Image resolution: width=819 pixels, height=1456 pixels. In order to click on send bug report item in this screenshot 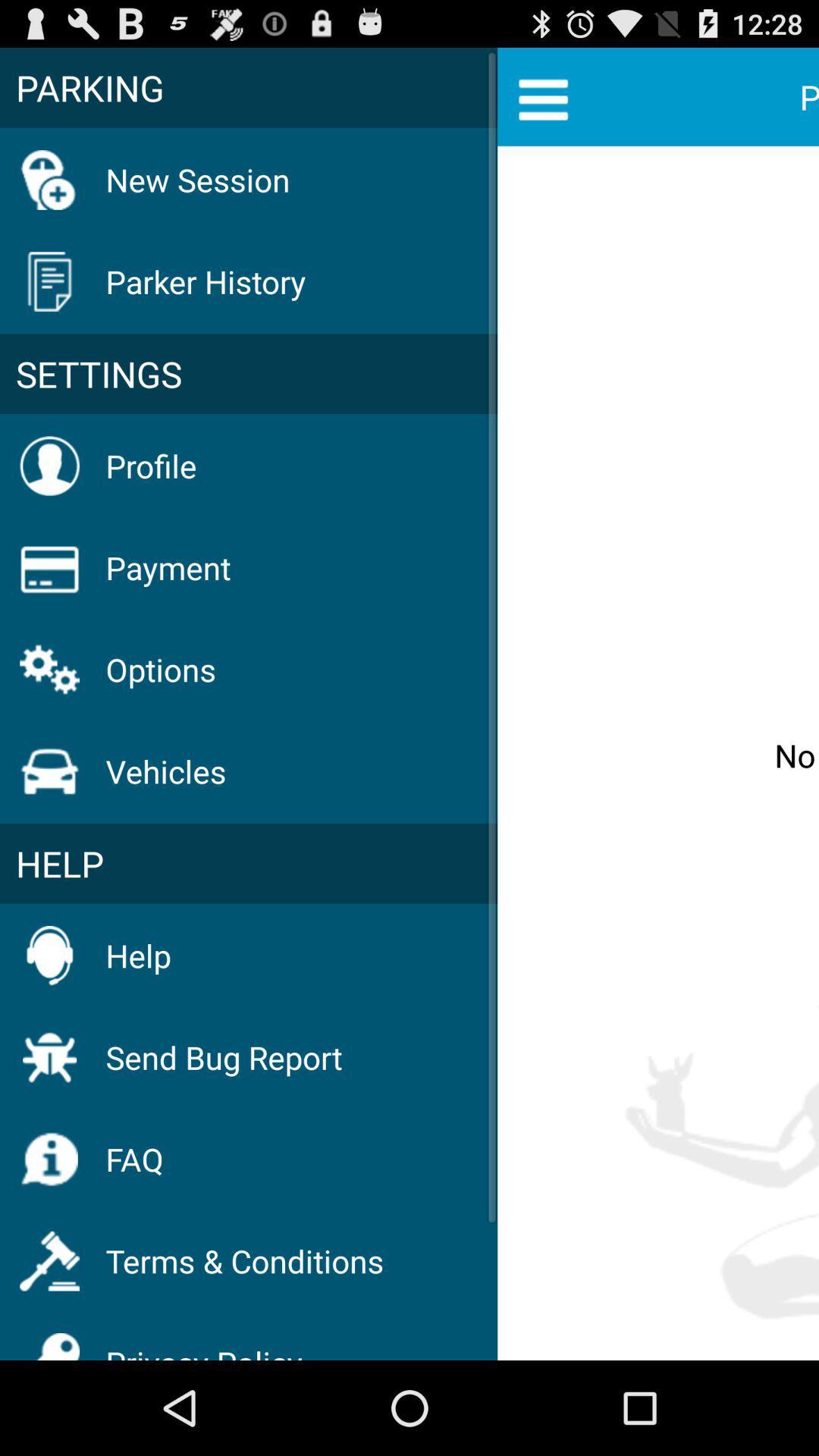, I will do `click(224, 1056)`.